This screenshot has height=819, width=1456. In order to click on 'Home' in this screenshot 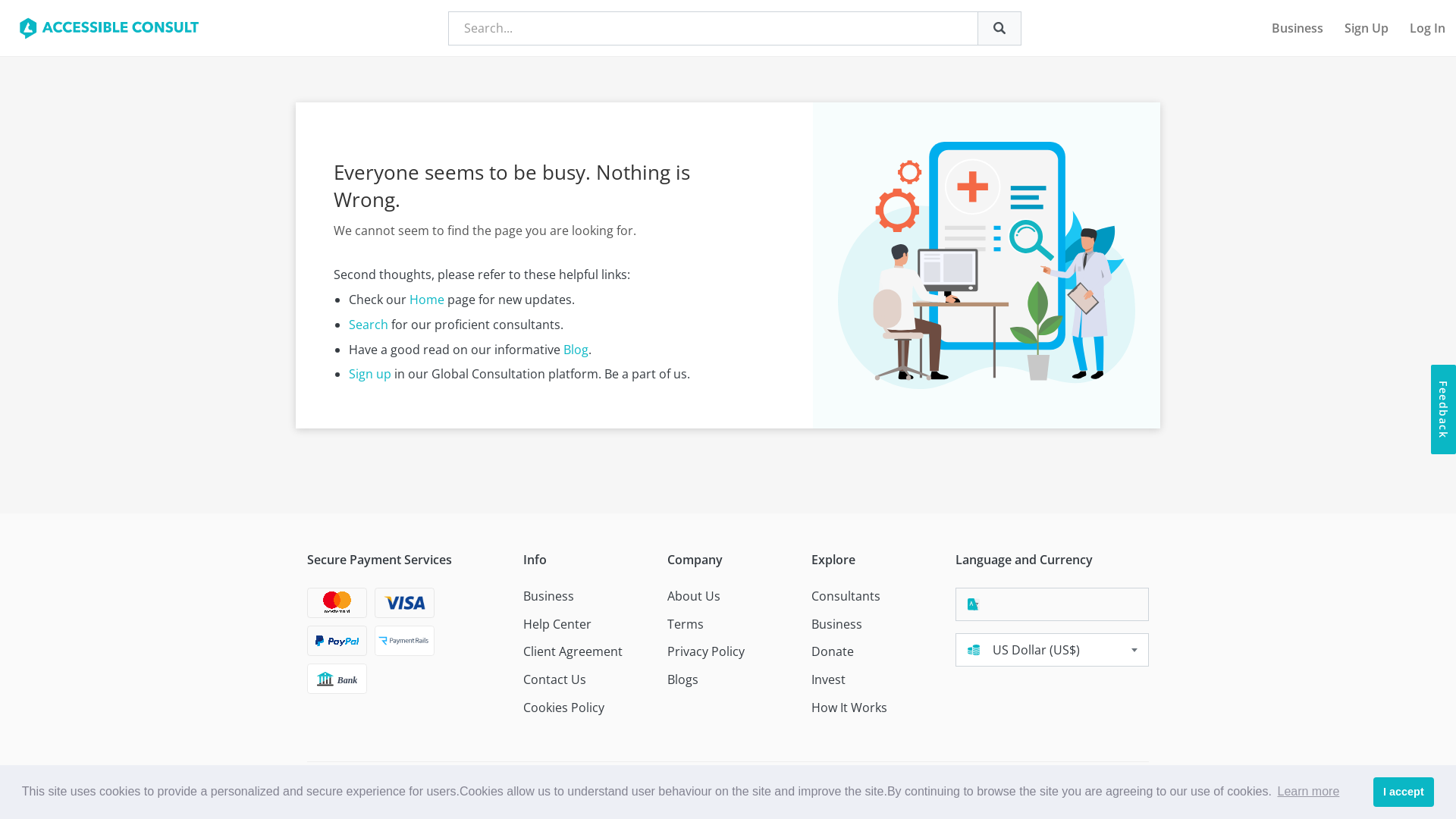, I will do `click(409, 299)`.